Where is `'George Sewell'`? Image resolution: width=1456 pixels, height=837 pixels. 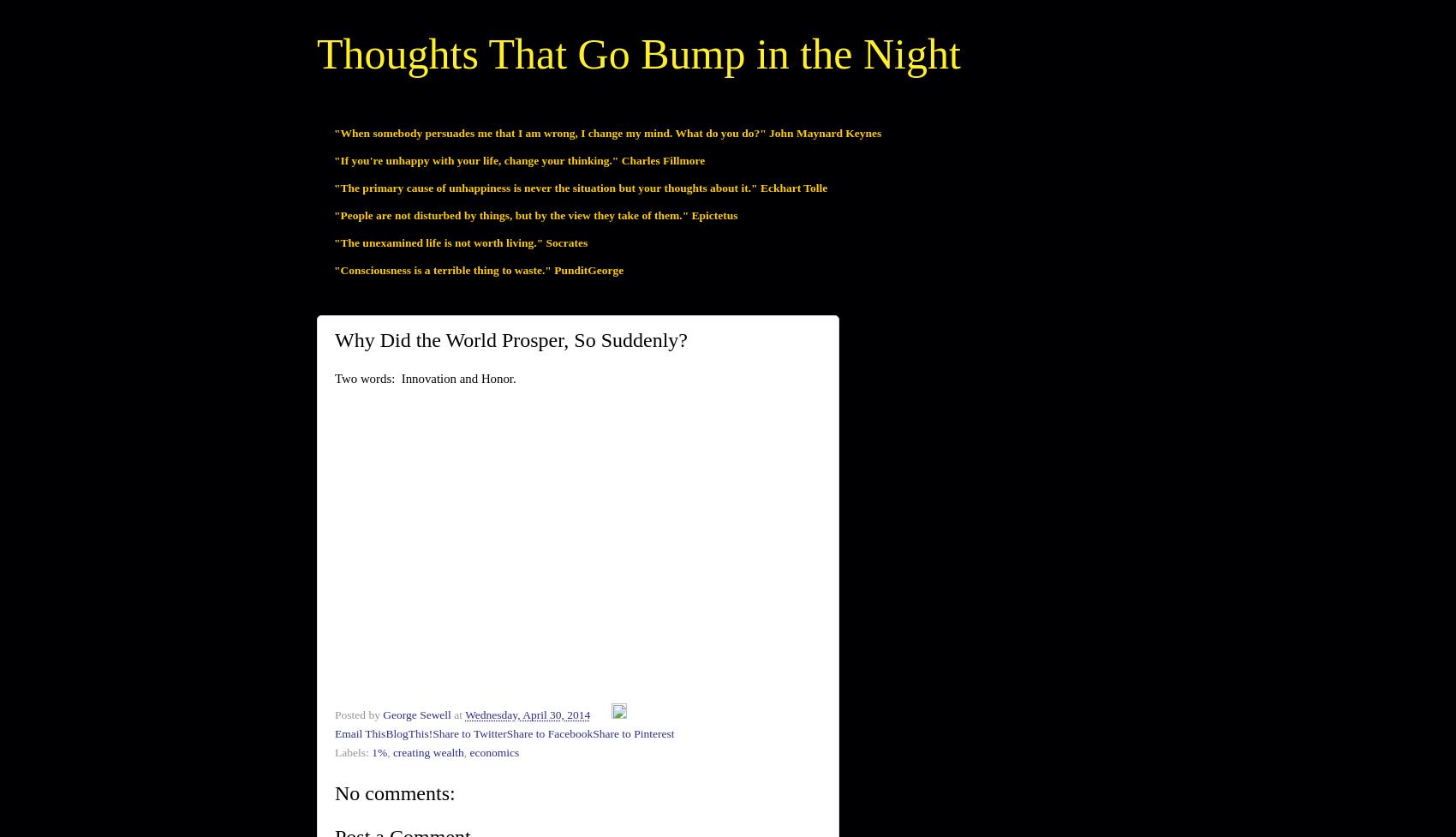 'George Sewell' is located at coordinates (416, 714).